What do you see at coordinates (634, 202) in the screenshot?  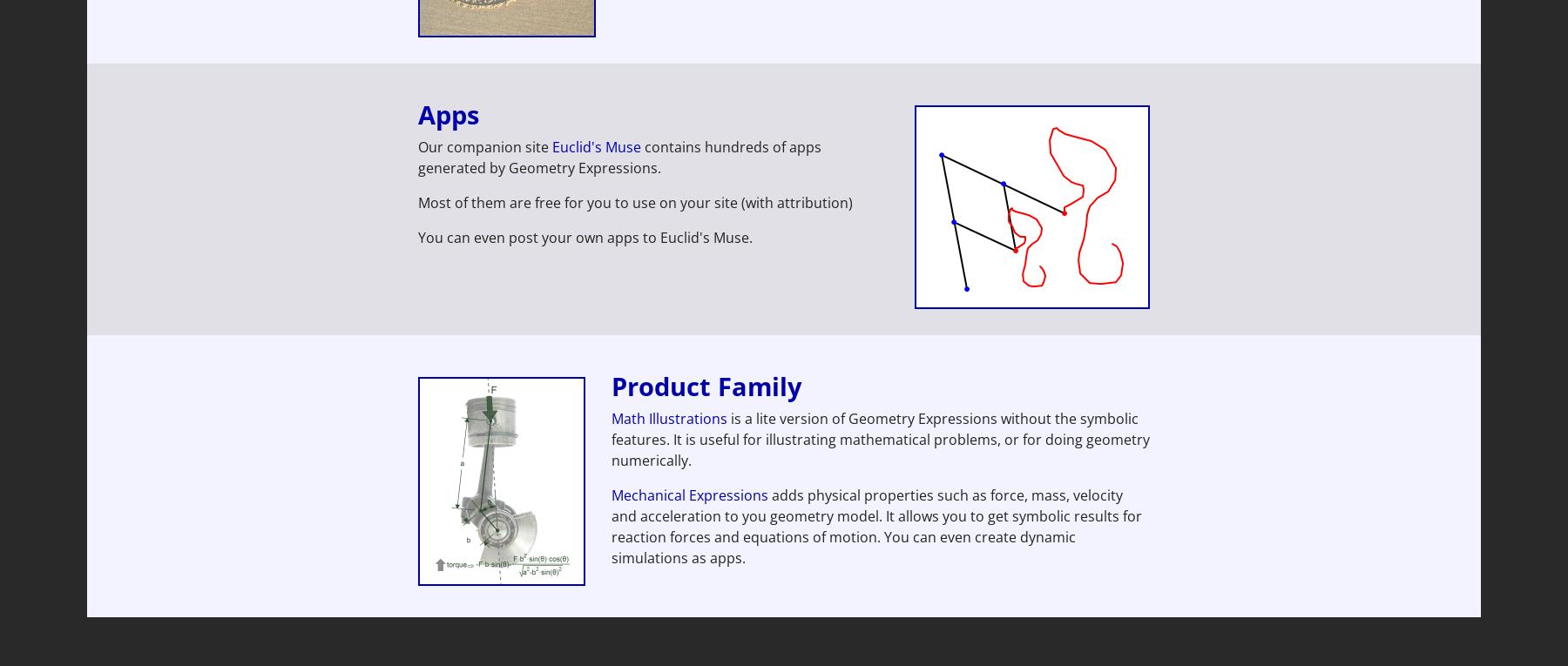 I see `'Most of them are free for you to use on your site (with attribution)'` at bounding box center [634, 202].